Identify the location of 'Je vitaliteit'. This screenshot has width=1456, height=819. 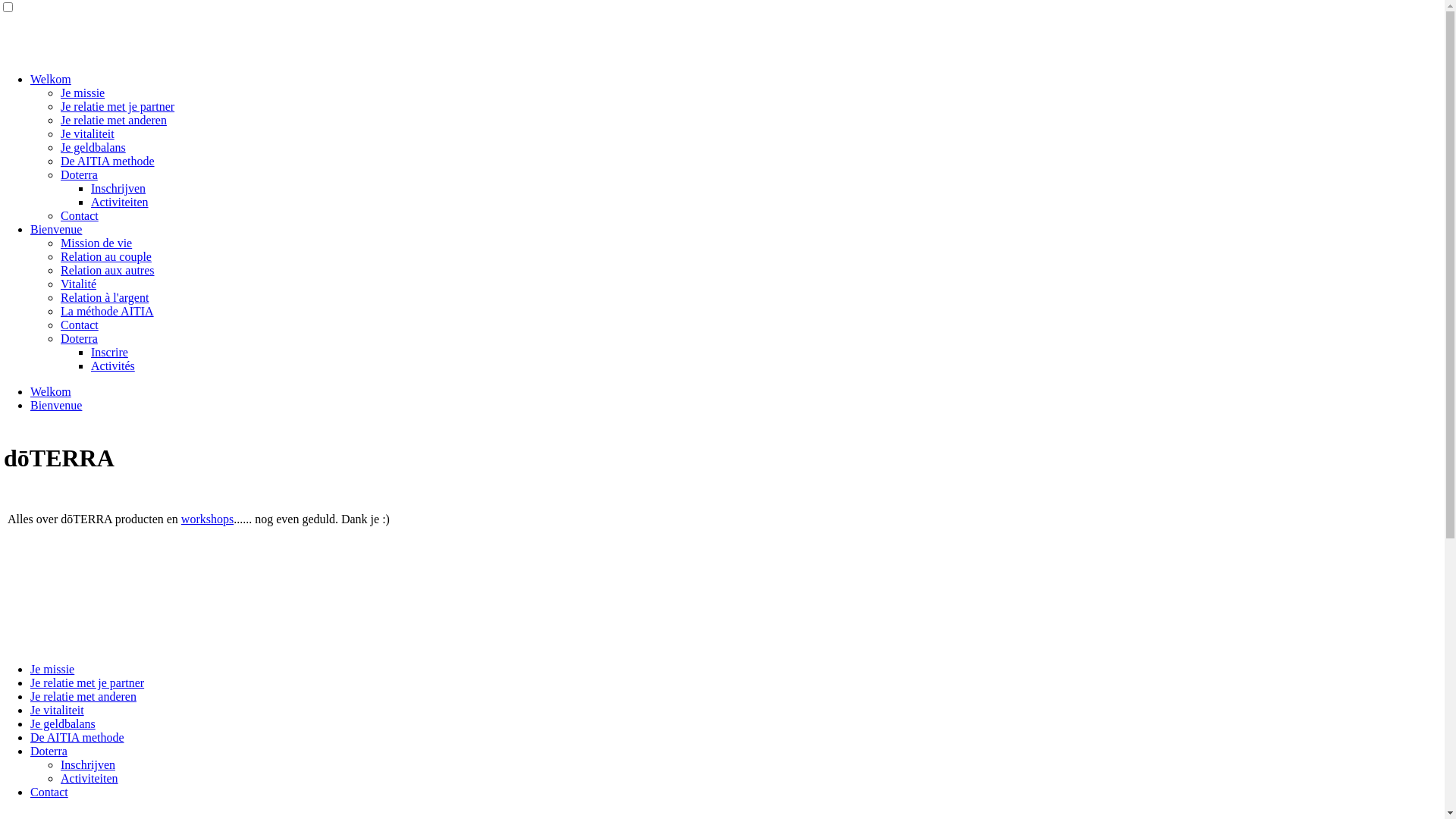
(61, 133).